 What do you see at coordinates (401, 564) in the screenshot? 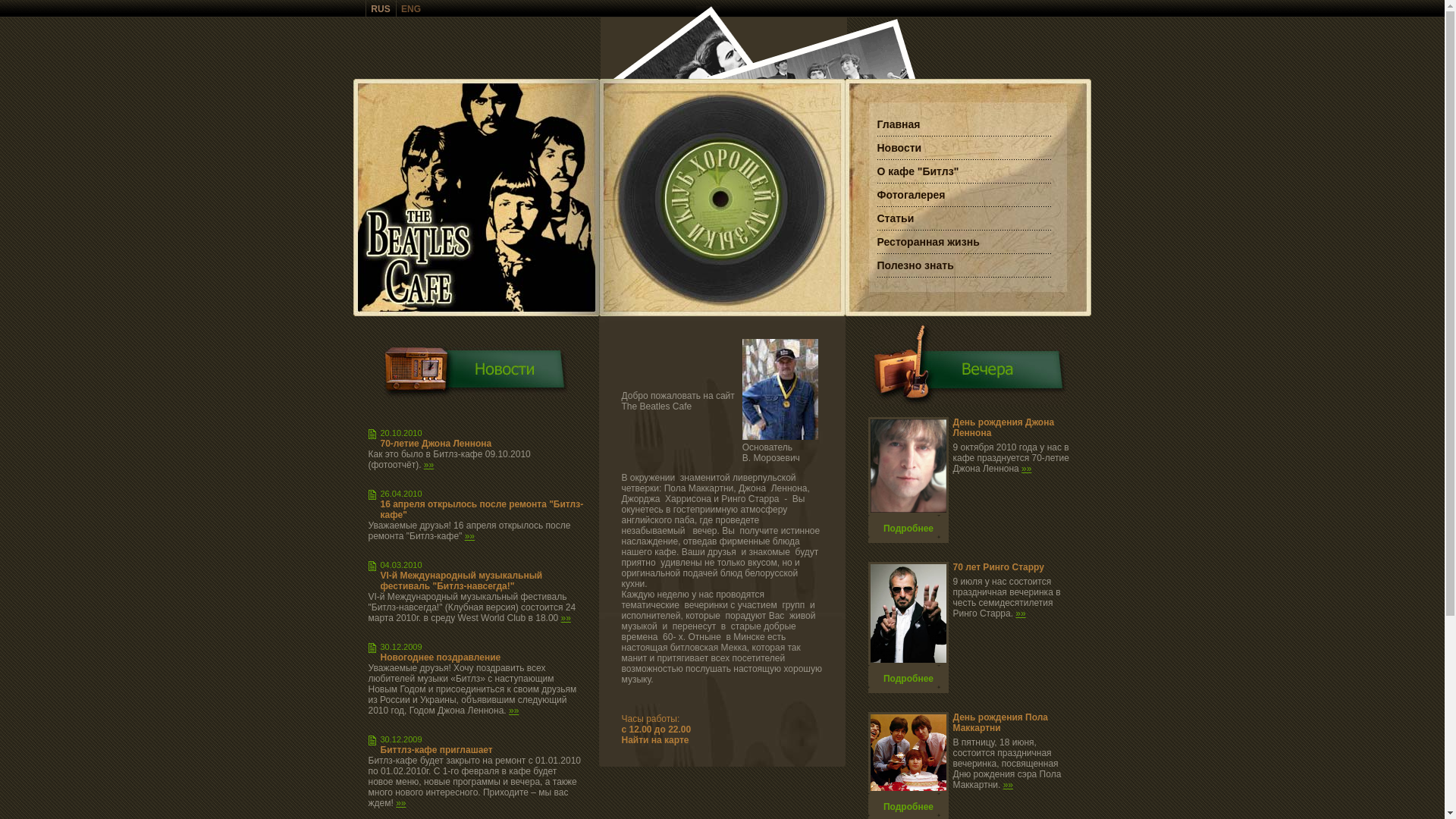
I see `'04.03.2010'` at bounding box center [401, 564].